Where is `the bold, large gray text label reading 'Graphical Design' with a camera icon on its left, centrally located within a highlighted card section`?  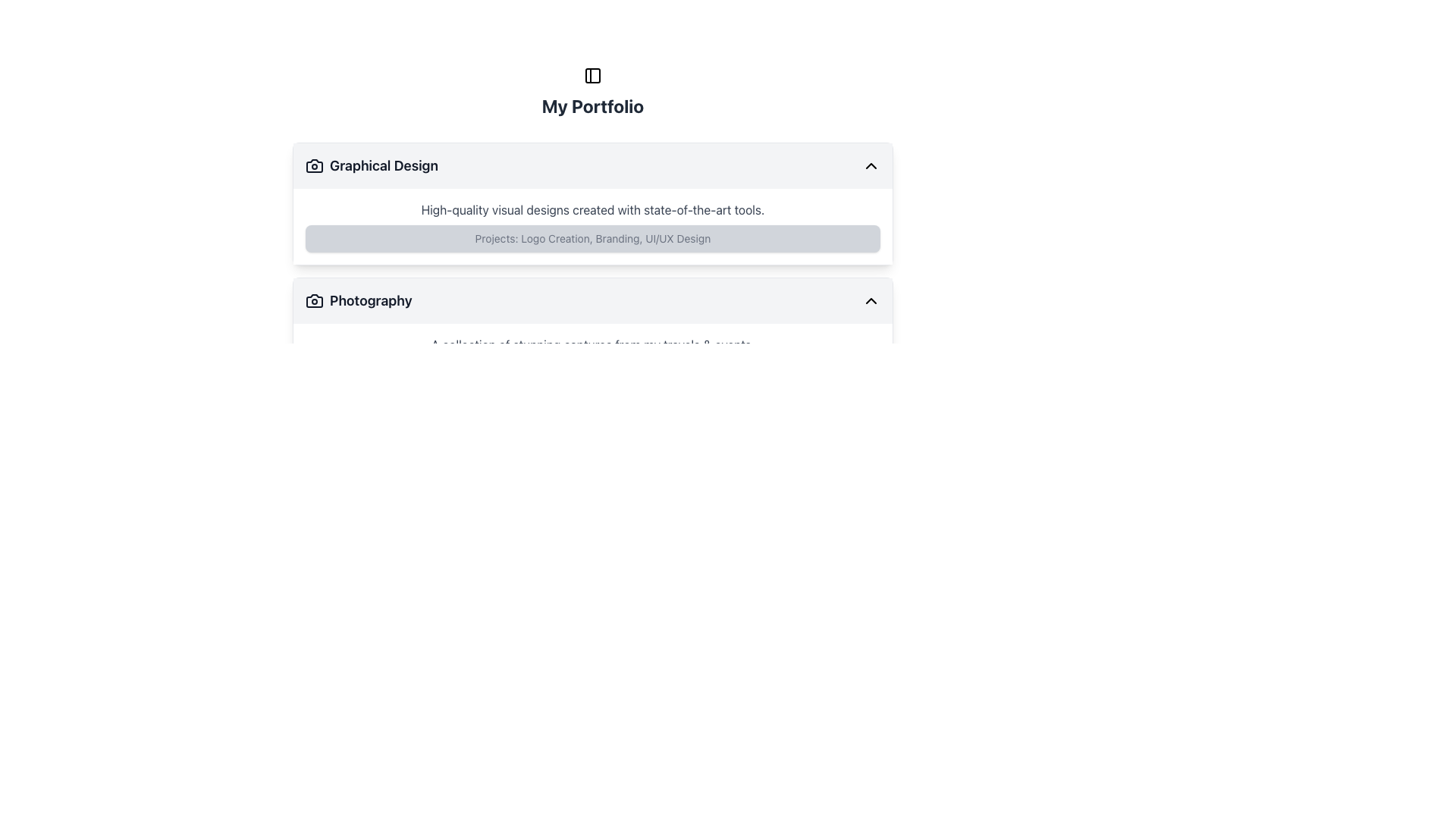
the bold, large gray text label reading 'Graphical Design' with a camera icon on its left, centrally located within a highlighted card section is located at coordinates (372, 166).